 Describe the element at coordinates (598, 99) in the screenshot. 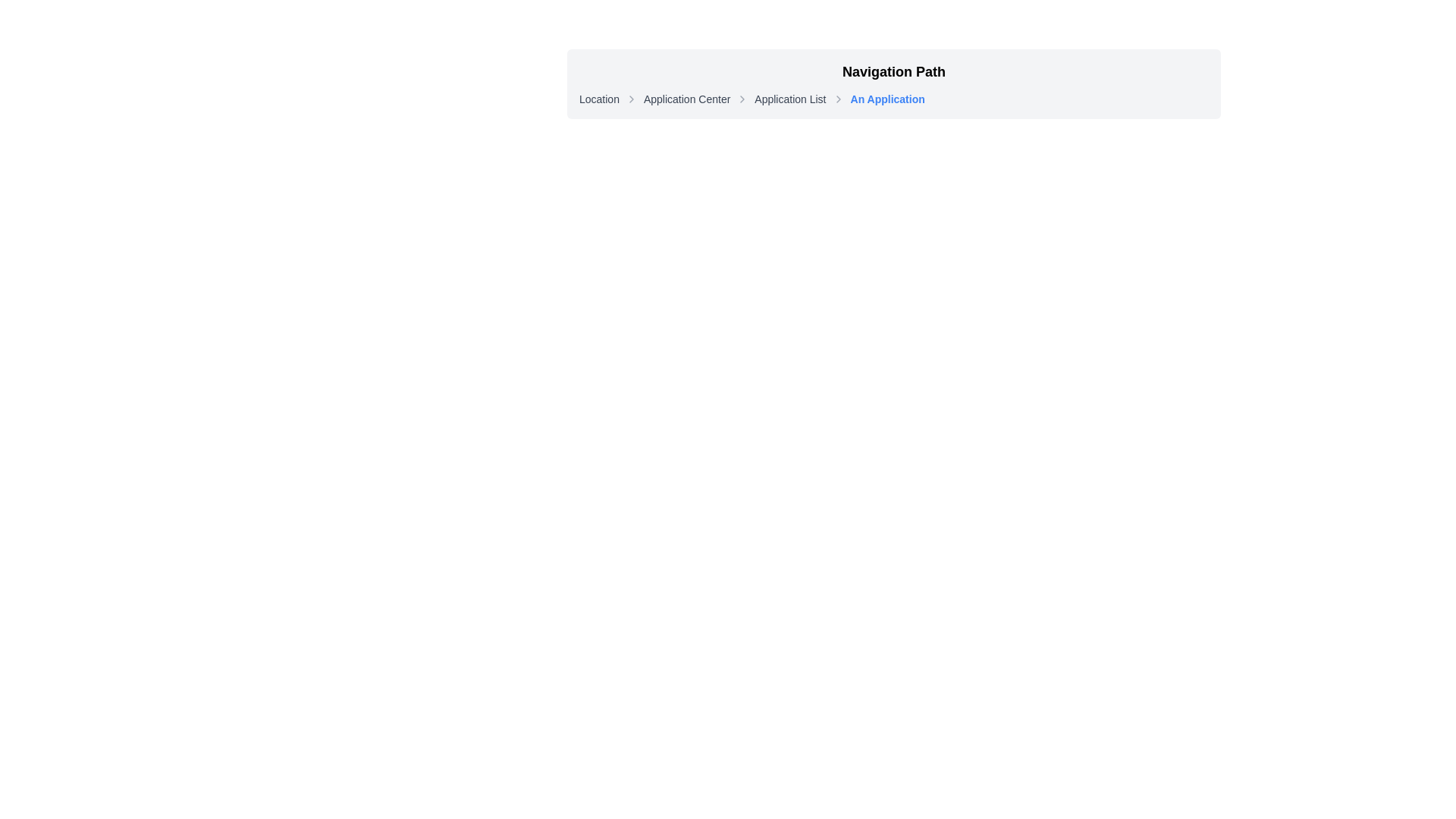

I see `the 'Location' interactive text link in the breadcrumb navigation bar to trigger the underlined hover effect` at that location.